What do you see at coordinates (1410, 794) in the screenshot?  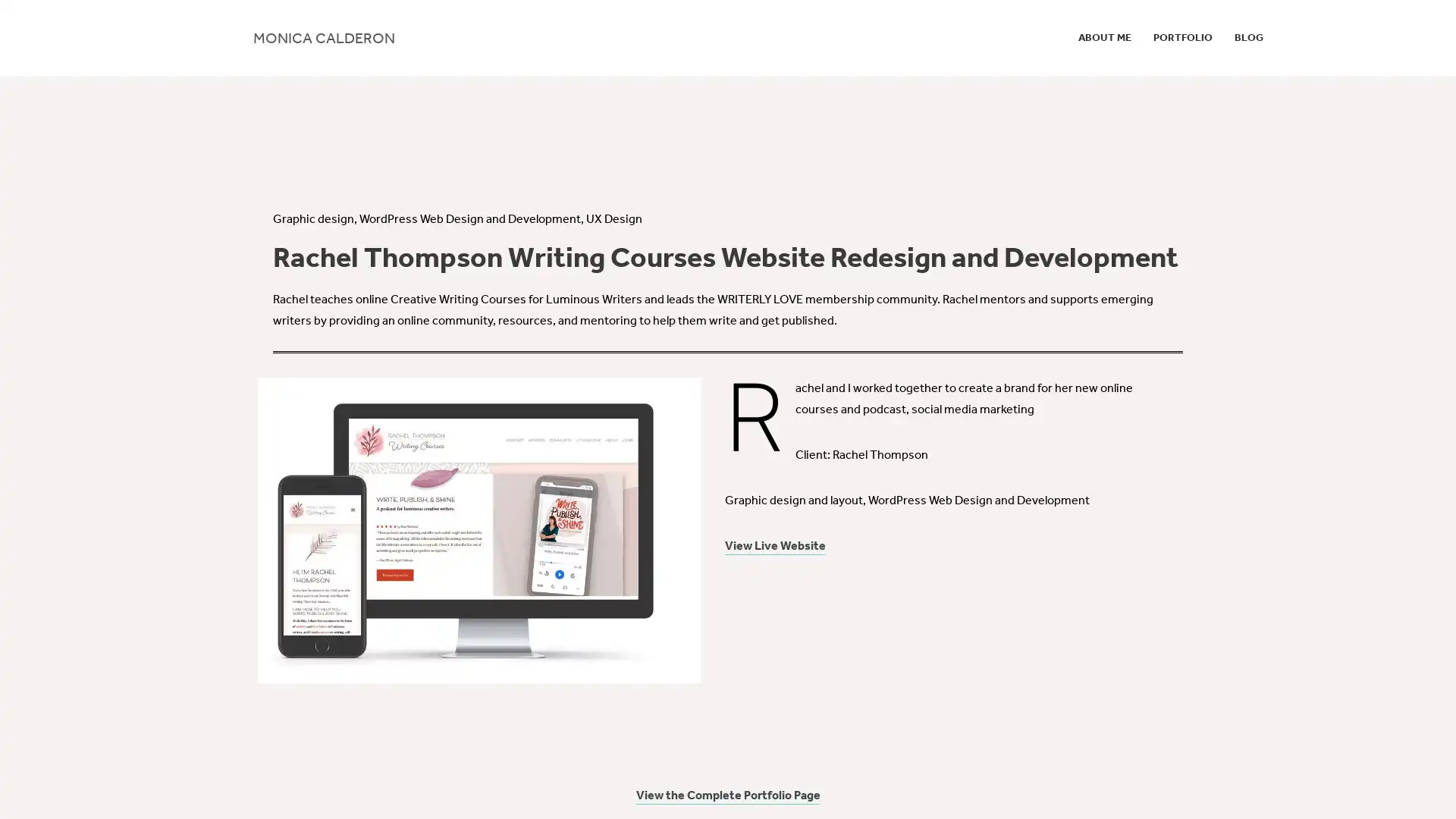 I see `Accept All` at bounding box center [1410, 794].